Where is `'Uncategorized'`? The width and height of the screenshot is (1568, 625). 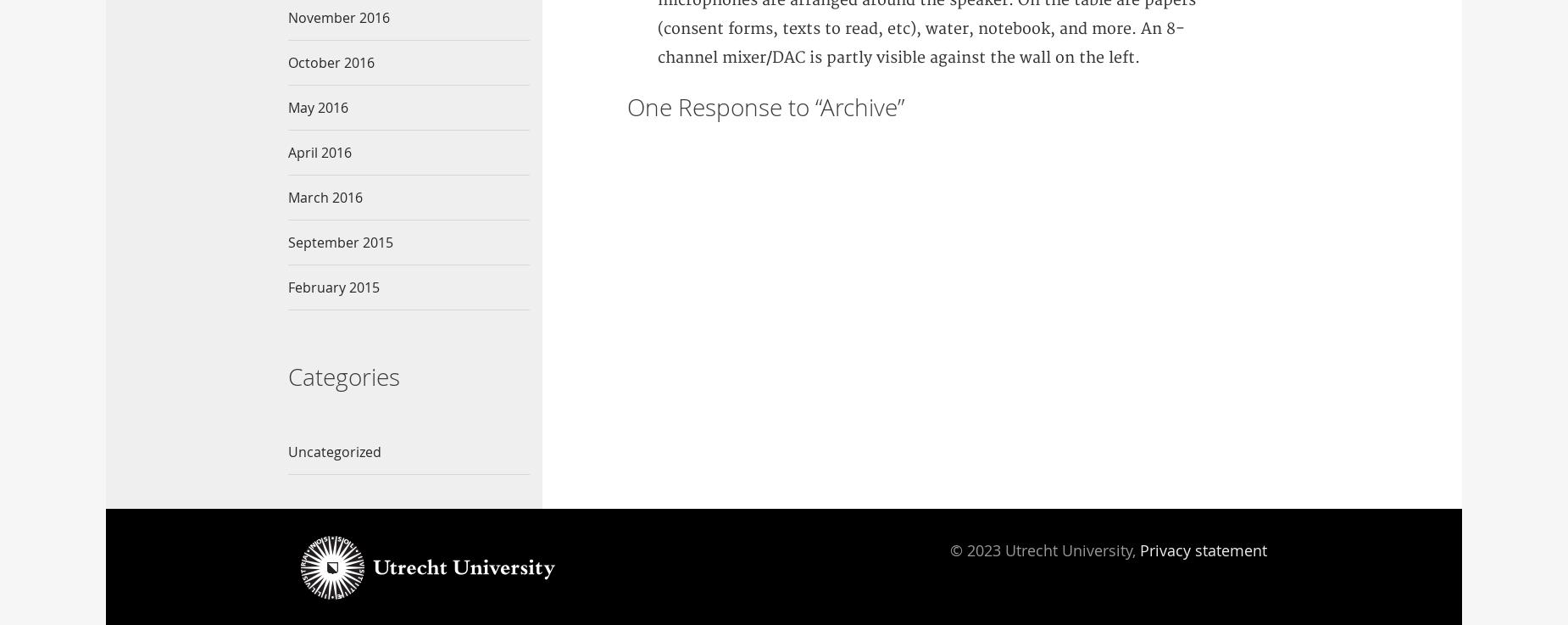 'Uncategorized' is located at coordinates (333, 450).